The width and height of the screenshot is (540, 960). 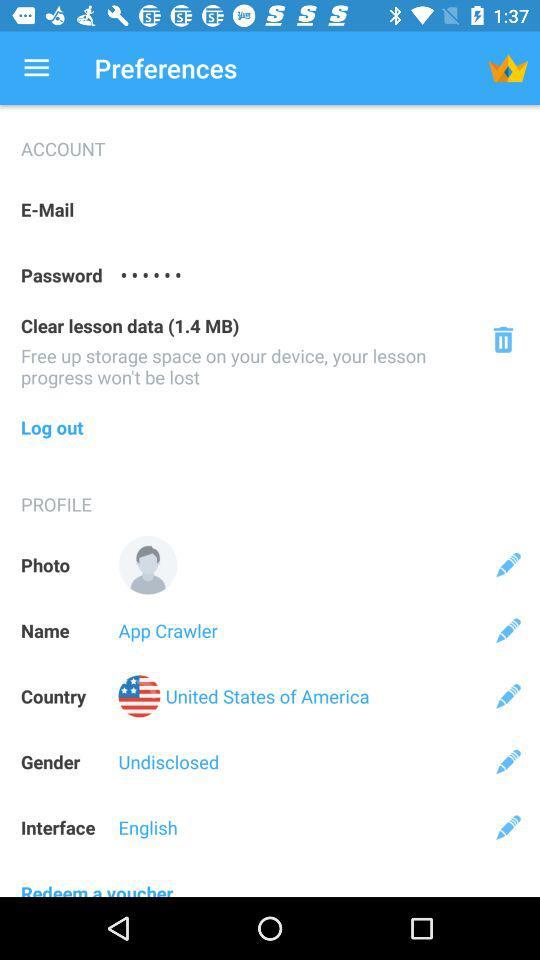 What do you see at coordinates (270, 140) in the screenshot?
I see `the account` at bounding box center [270, 140].